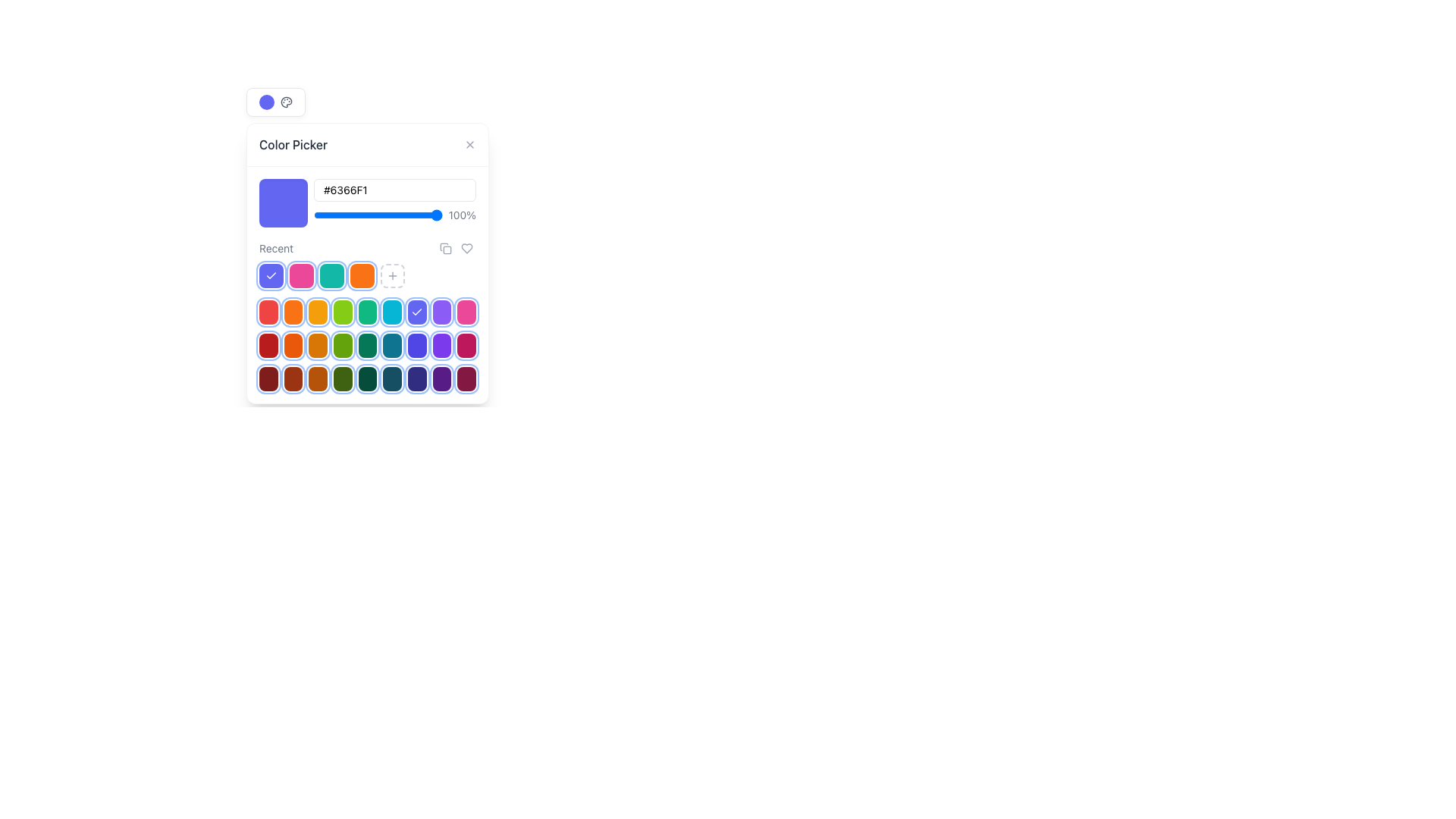  What do you see at coordinates (345, 215) in the screenshot?
I see `the slider value` at bounding box center [345, 215].